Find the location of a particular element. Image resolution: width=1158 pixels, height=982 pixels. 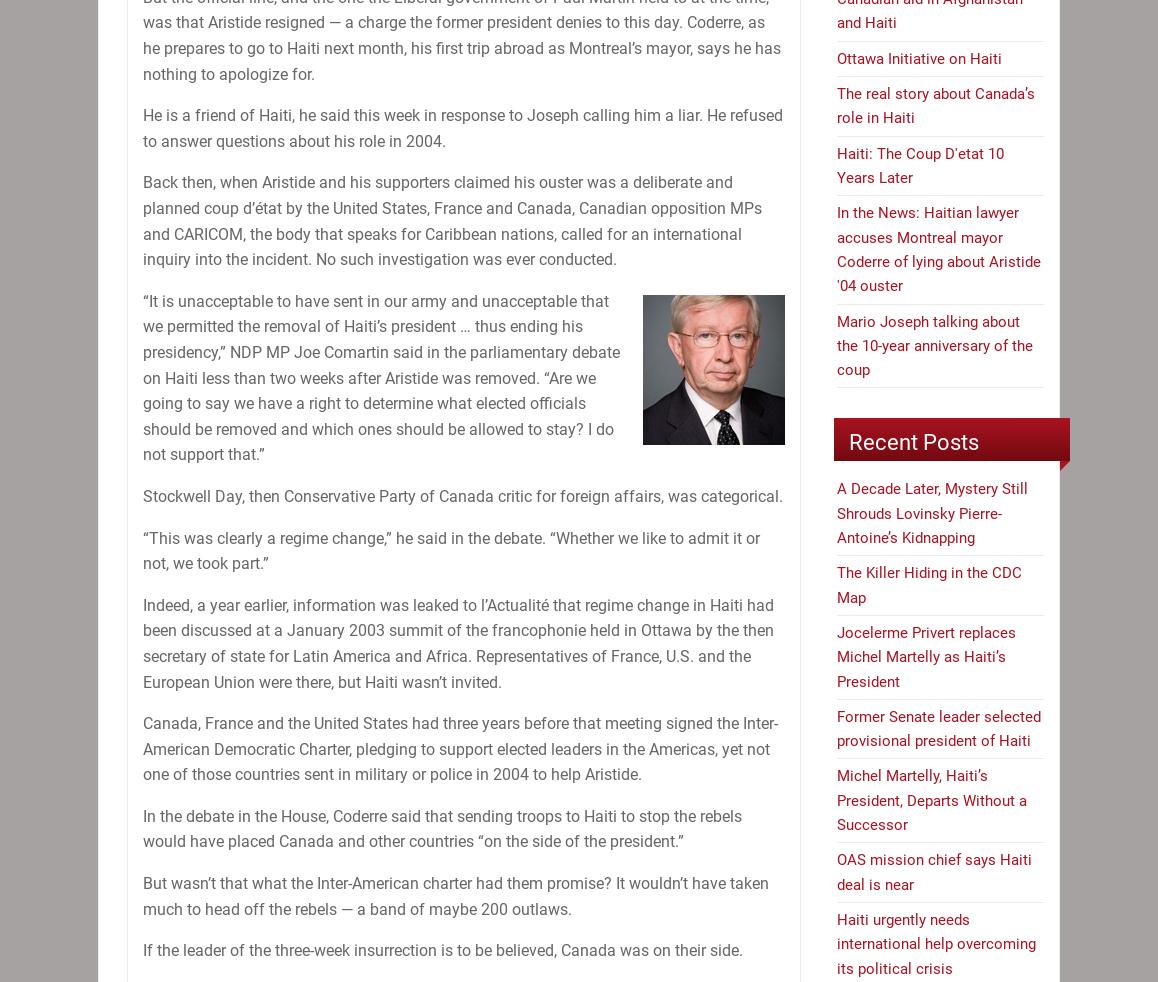

'If the leader of the three-week insurrection is to be believed, Canada was on their side.' is located at coordinates (142, 950).